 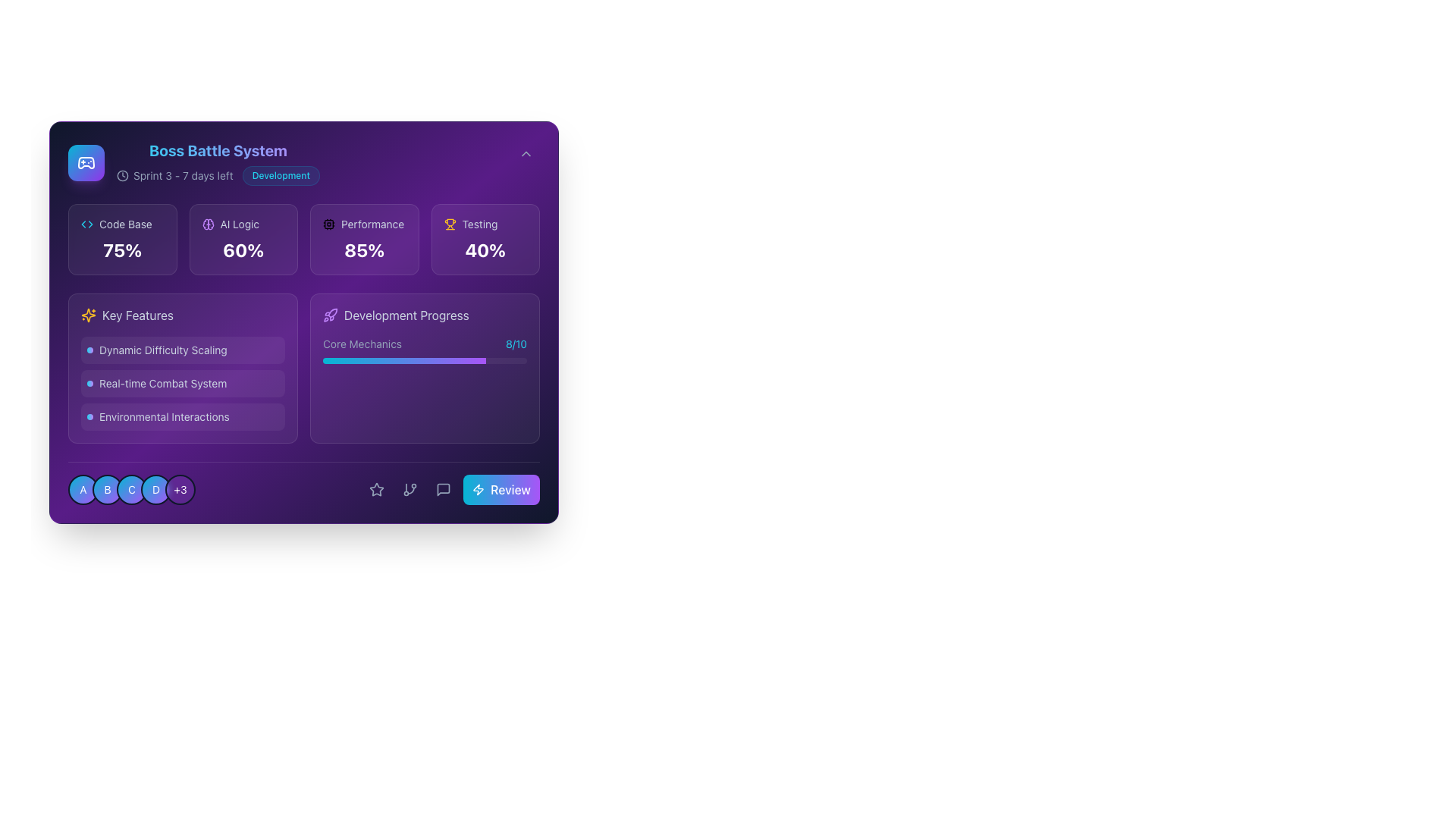 What do you see at coordinates (180, 489) in the screenshot?
I see `the small circular badge with a purple background and the text '+3', which is the fifth badge in a horizontal sequence located at the bottom-left area of the interface` at bounding box center [180, 489].